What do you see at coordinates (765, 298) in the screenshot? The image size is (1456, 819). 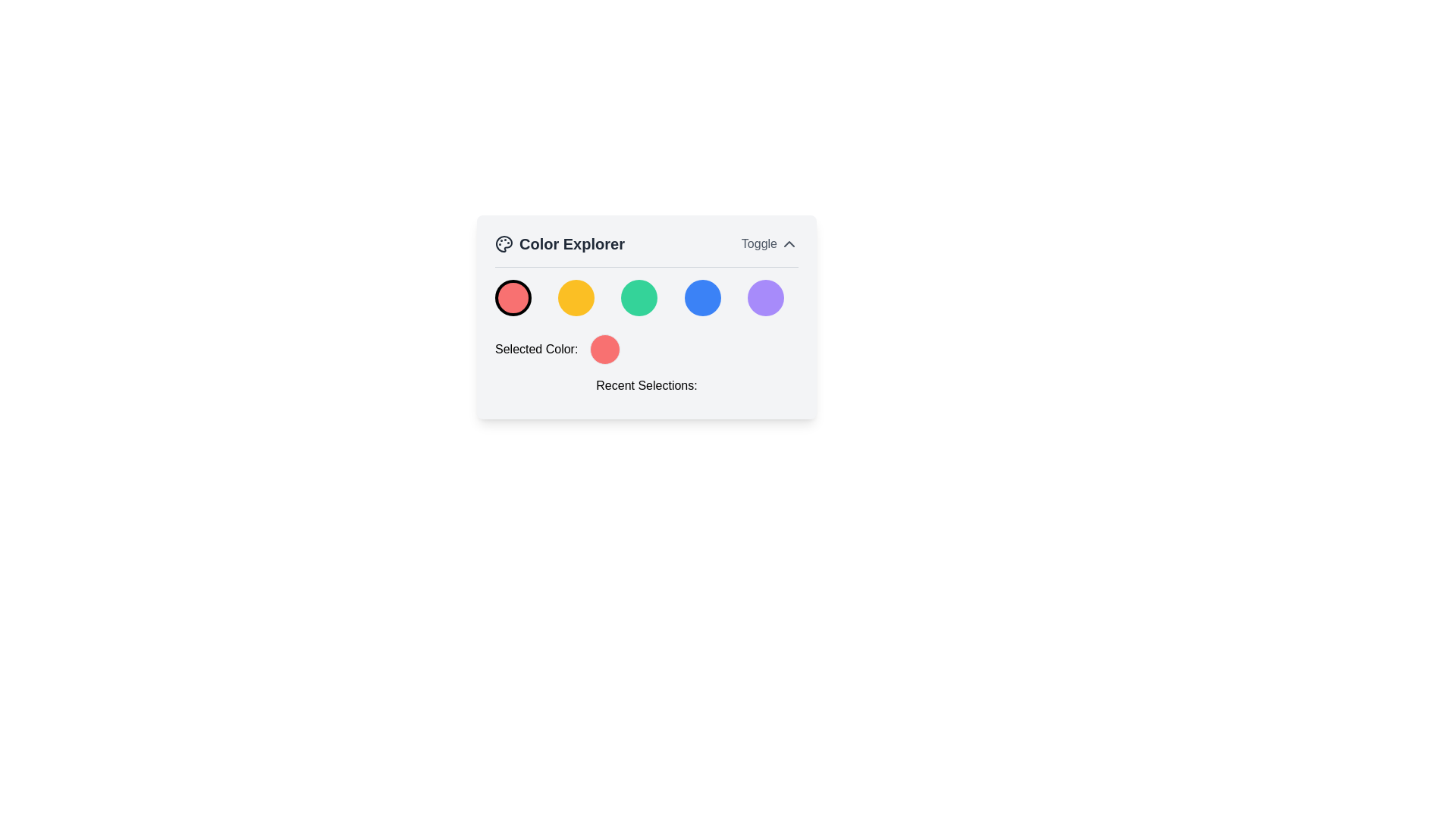 I see `the fifth circular button with a light purple background in the 'Color Explorer' panel` at bounding box center [765, 298].